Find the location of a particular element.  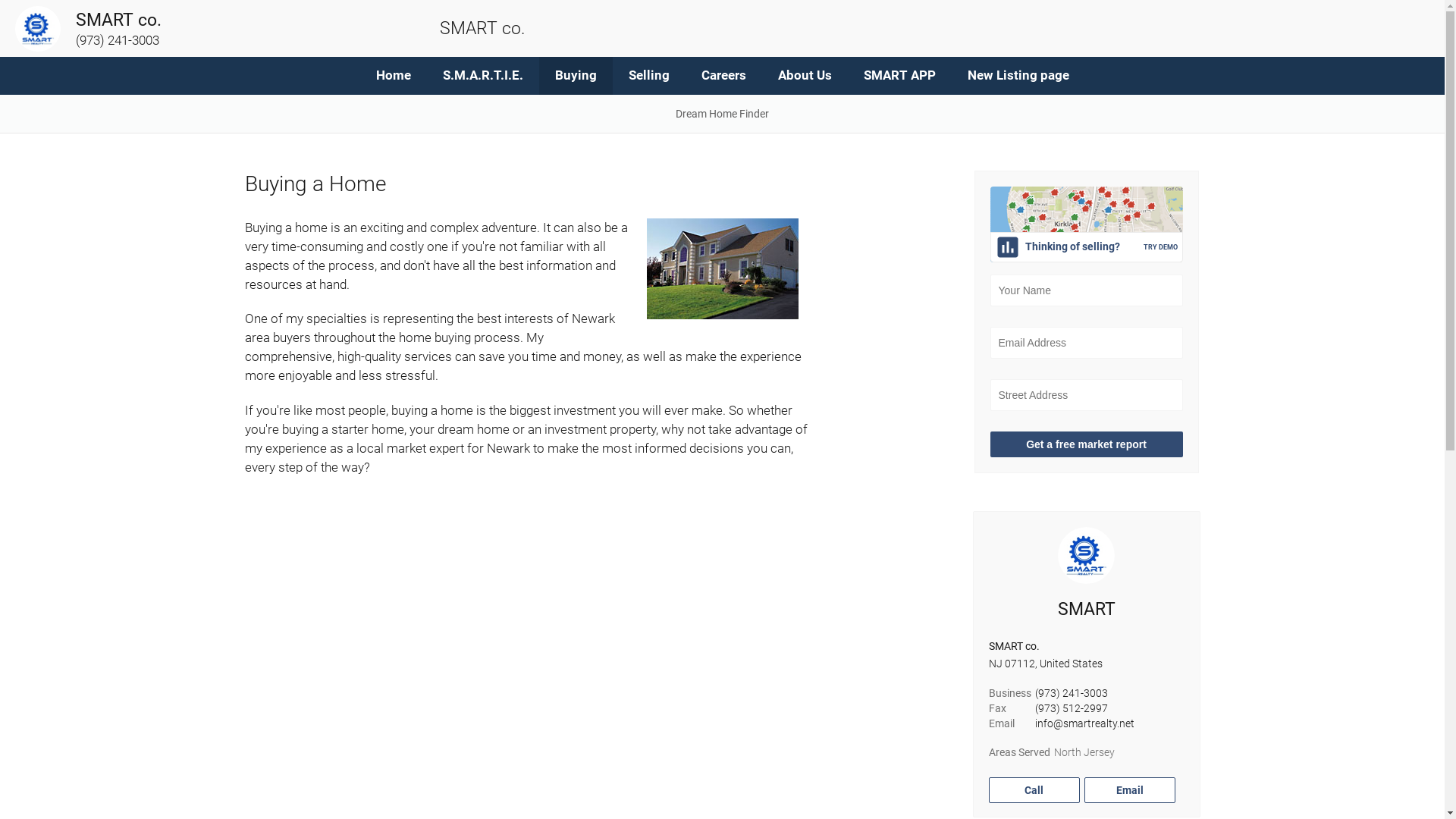

'Home' is located at coordinates (393, 76).